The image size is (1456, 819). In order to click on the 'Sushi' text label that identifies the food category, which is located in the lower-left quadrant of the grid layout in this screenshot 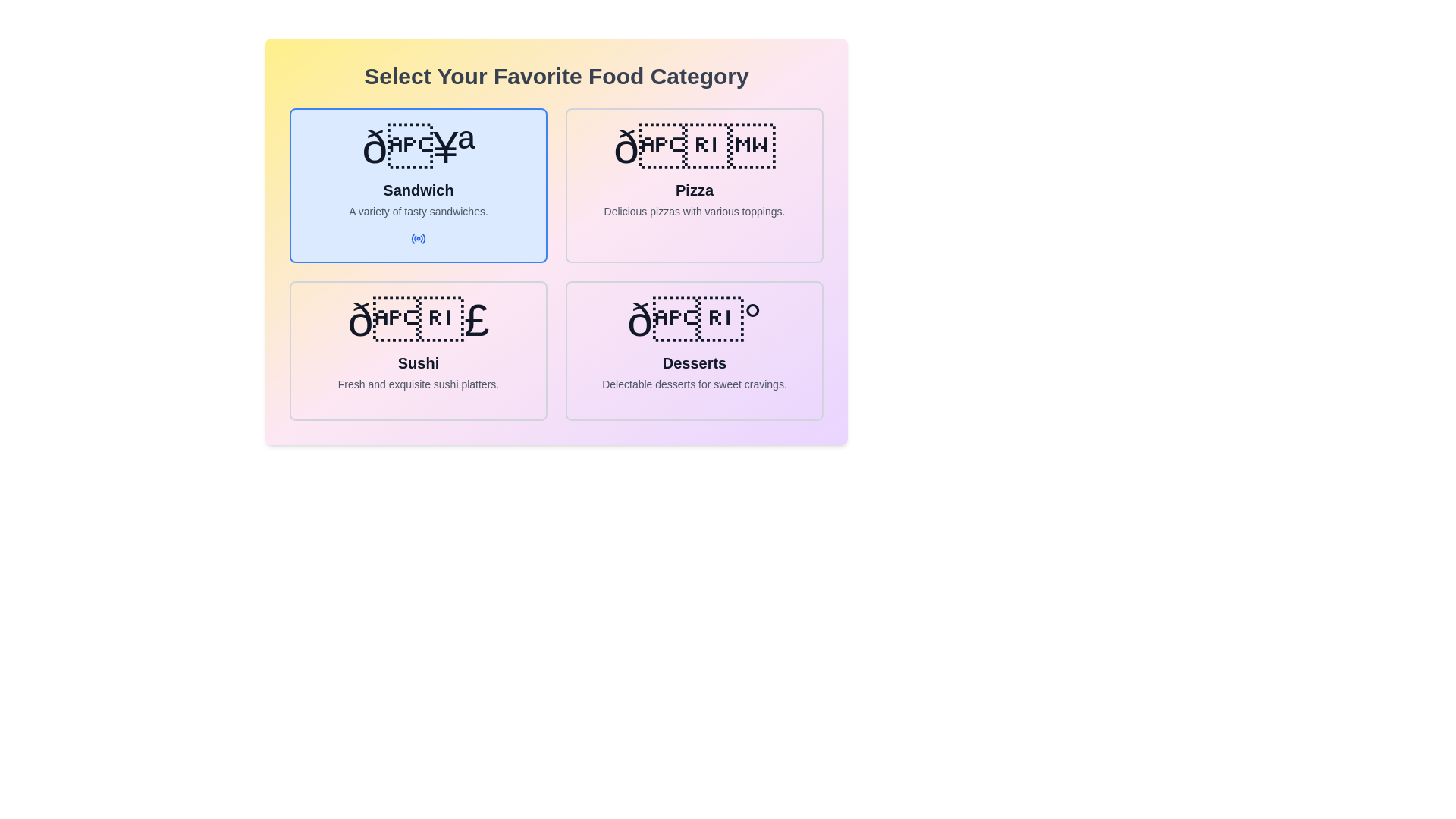, I will do `click(419, 362)`.